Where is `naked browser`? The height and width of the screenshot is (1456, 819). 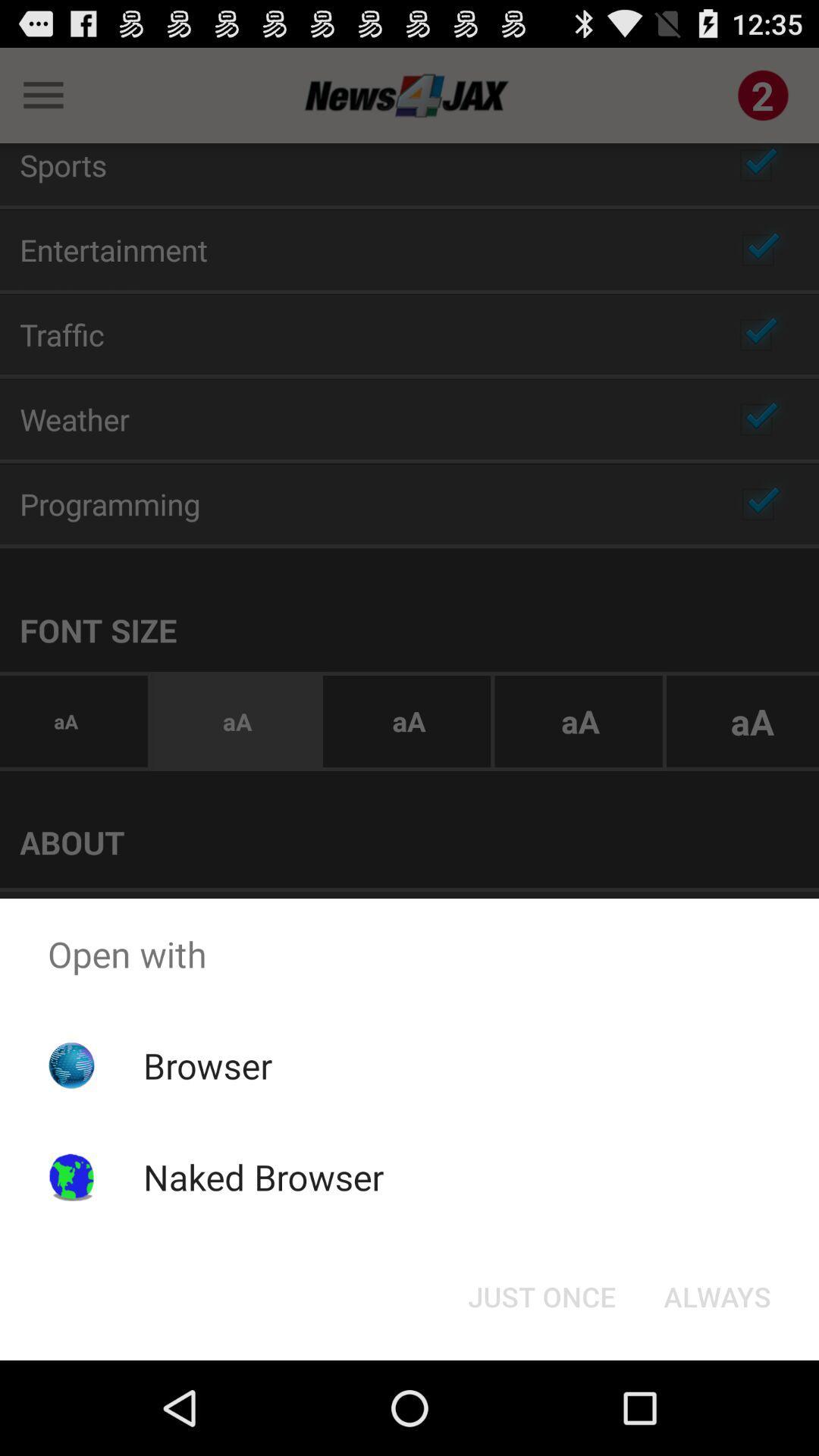 naked browser is located at coordinates (262, 1176).